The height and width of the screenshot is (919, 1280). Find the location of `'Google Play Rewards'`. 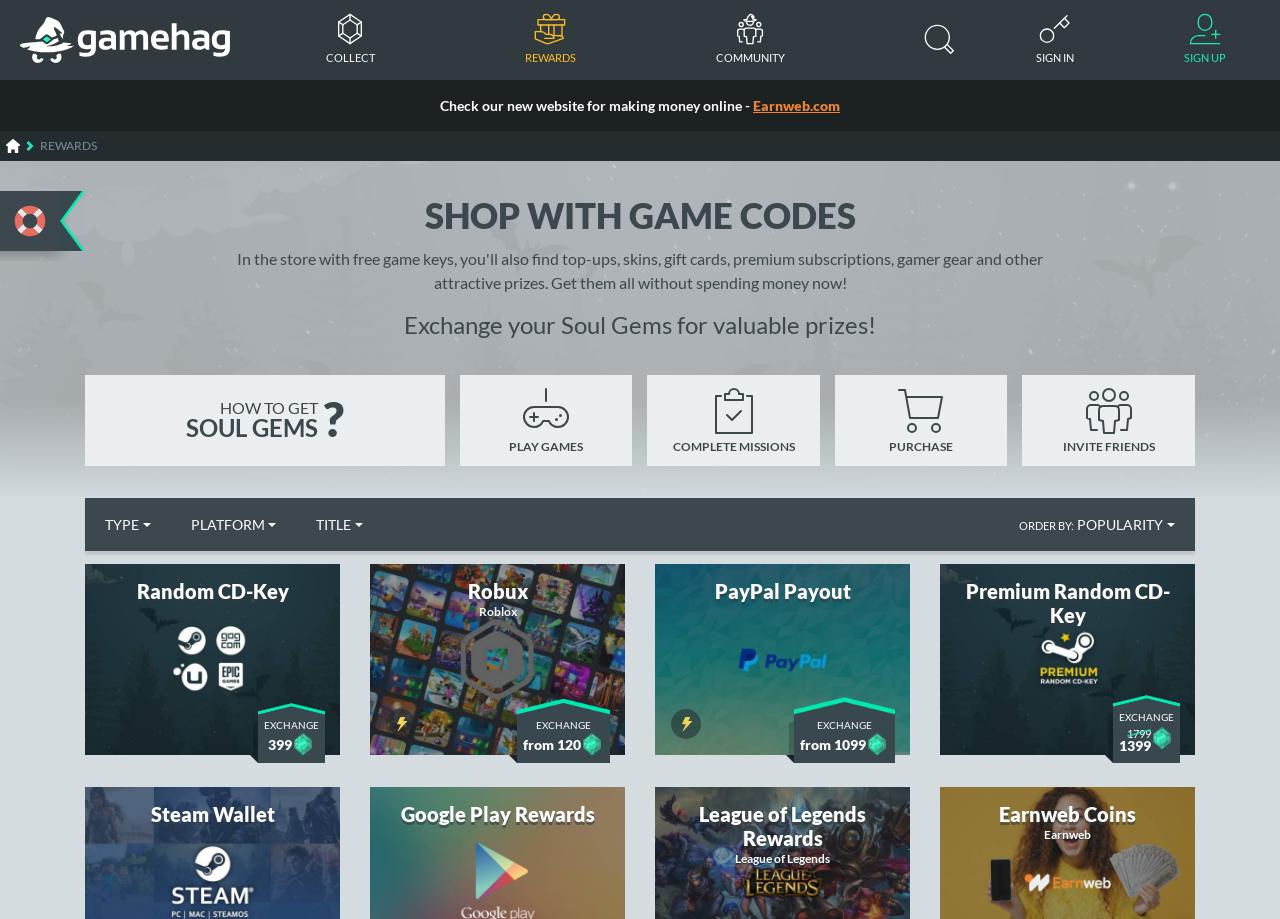

'Google Play Rewards' is located at coordinates (497, 813).